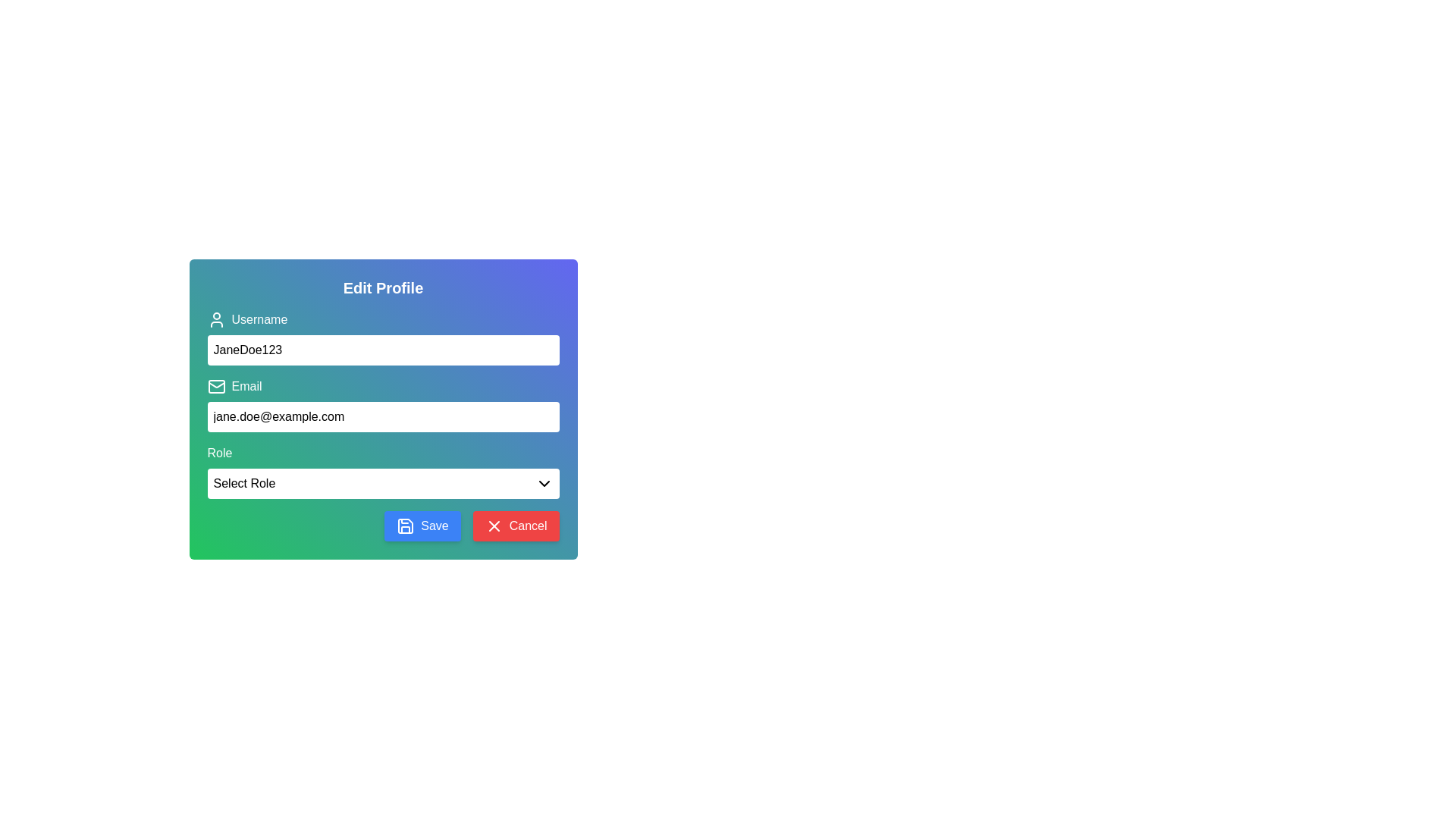 This screenshot has height=819, width=1456. I want to click on the save icon, which is a white floppy disk graphic located on the blue button with the text 'Save' at the bottom left of the profile editing form, so click(406, 526).